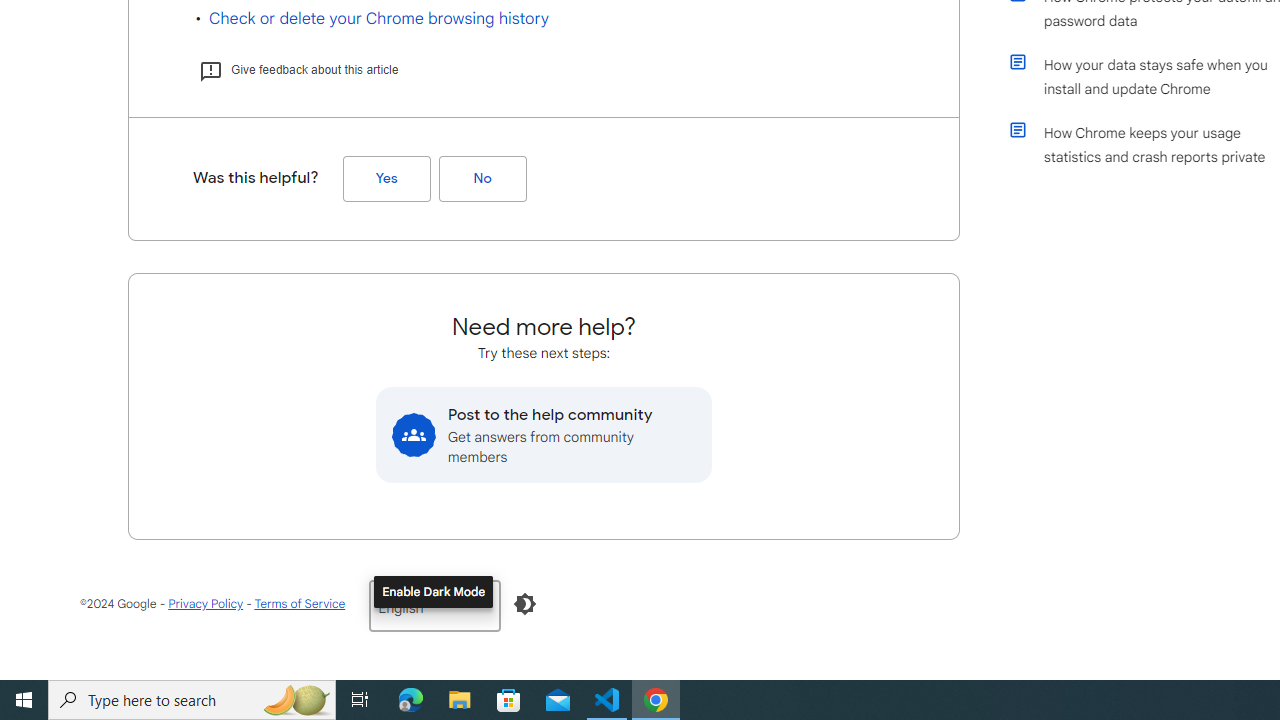  I want to click on 'Yes (Was this helpful?)', so click(386, 178).